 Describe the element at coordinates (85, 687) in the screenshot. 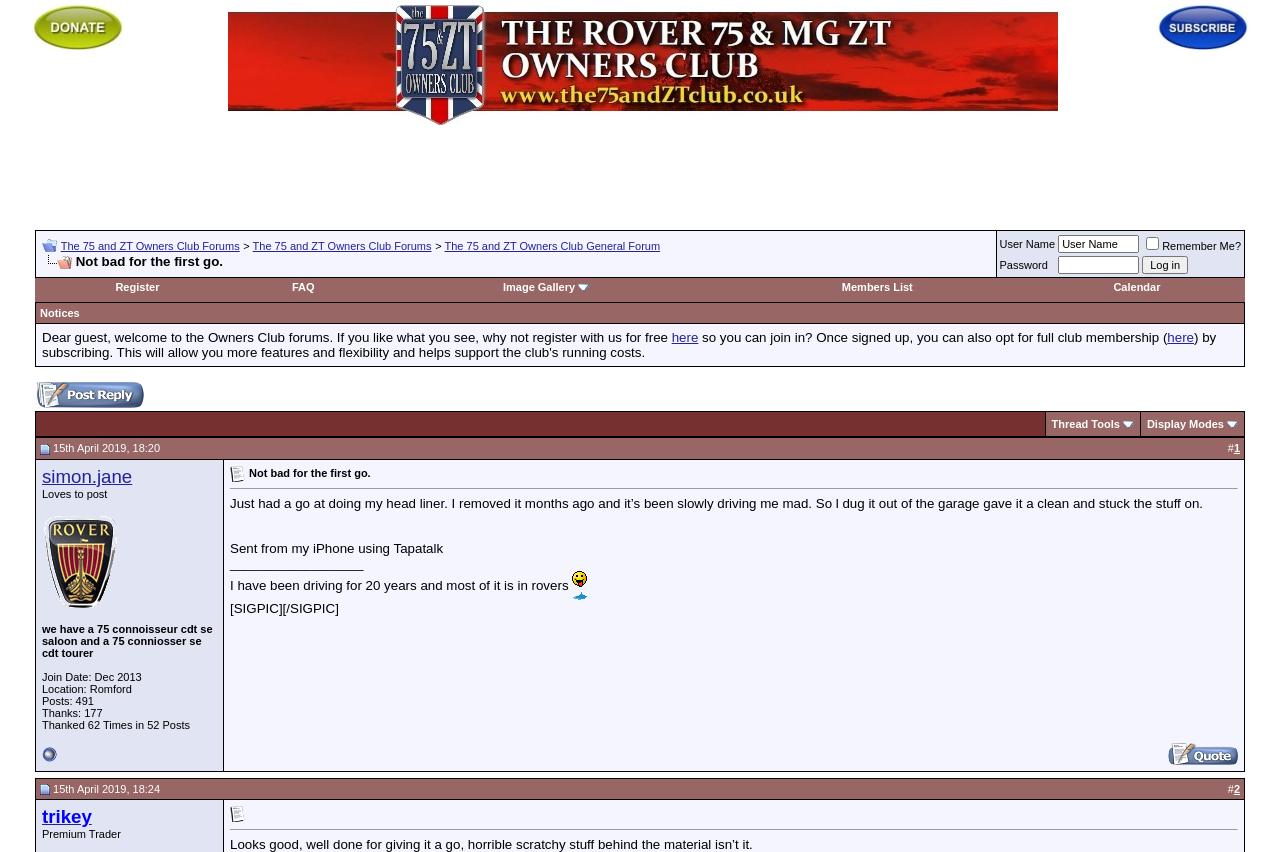

I see `'Location: Romford'` at that location.